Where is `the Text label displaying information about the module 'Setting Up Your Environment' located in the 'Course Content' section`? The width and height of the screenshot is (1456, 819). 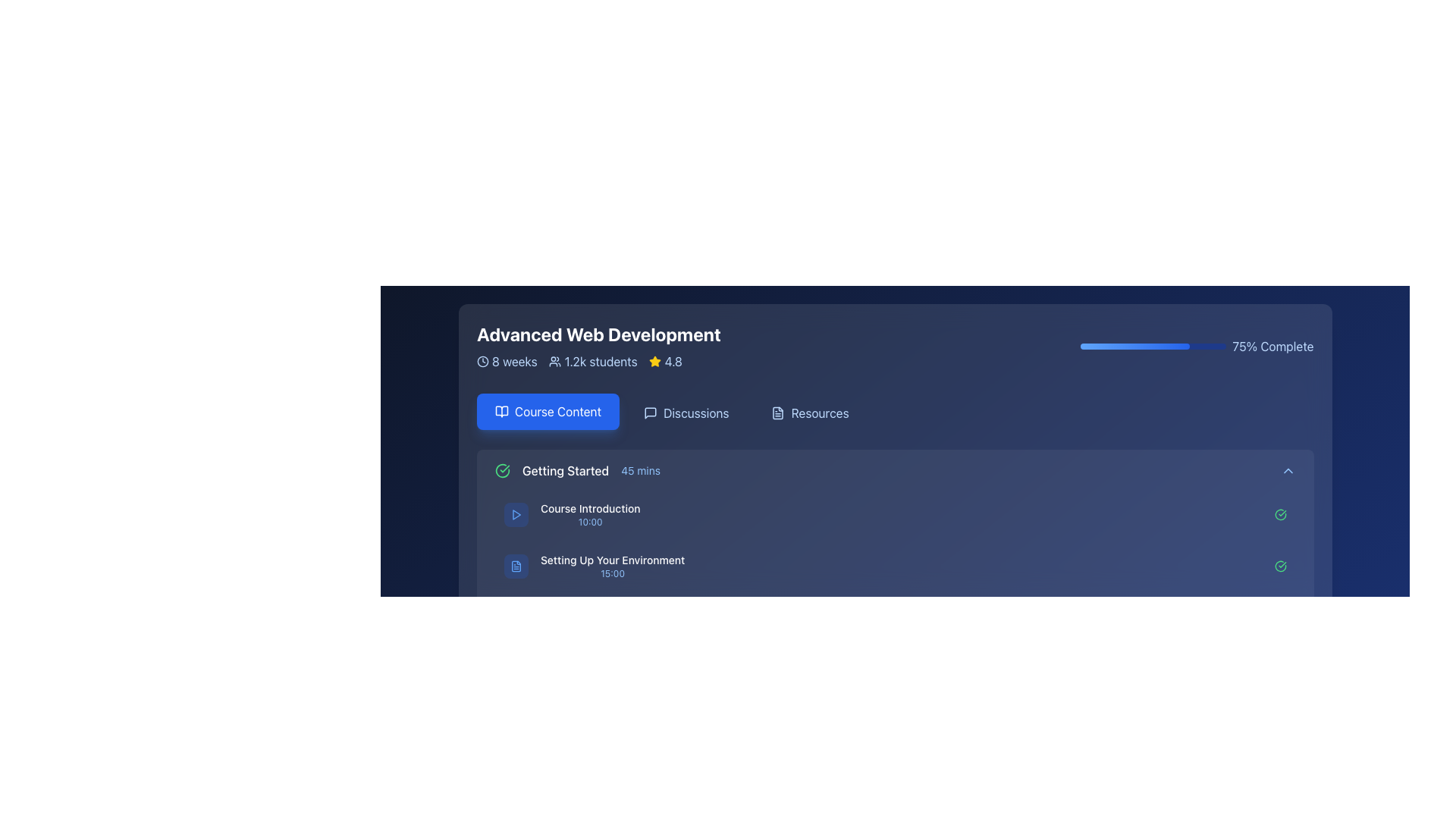
the Text label displaying information about the module 'Setting Up Your Environment' located in the 'Course Content' section is located at coordinates (612, 566).